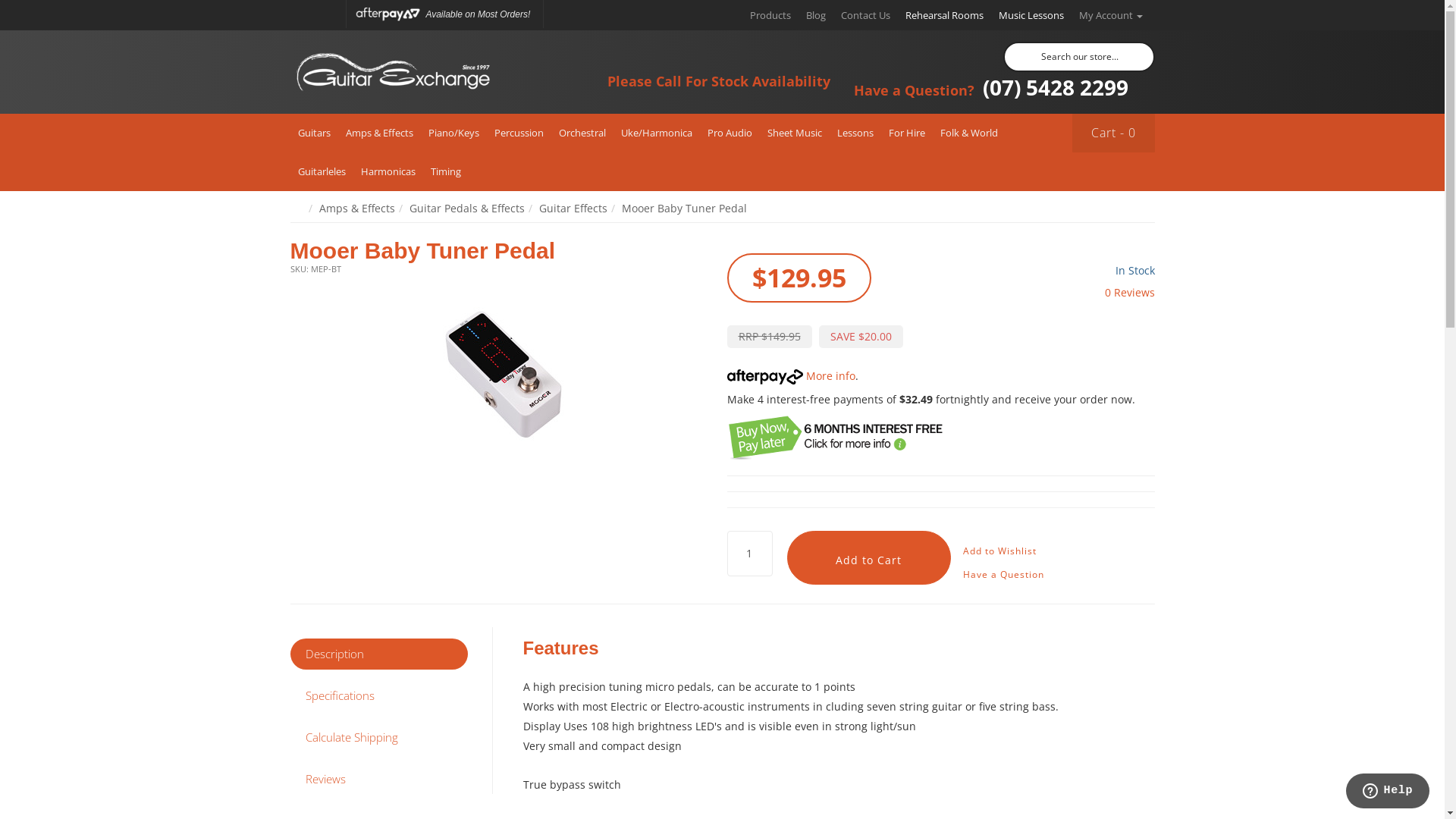 The width and height of the screenshot is (1456, 819). What do you see at coordinates (312, 132) in the screenshot?
I see `'Guitars'` at bounding box center [312, 132].